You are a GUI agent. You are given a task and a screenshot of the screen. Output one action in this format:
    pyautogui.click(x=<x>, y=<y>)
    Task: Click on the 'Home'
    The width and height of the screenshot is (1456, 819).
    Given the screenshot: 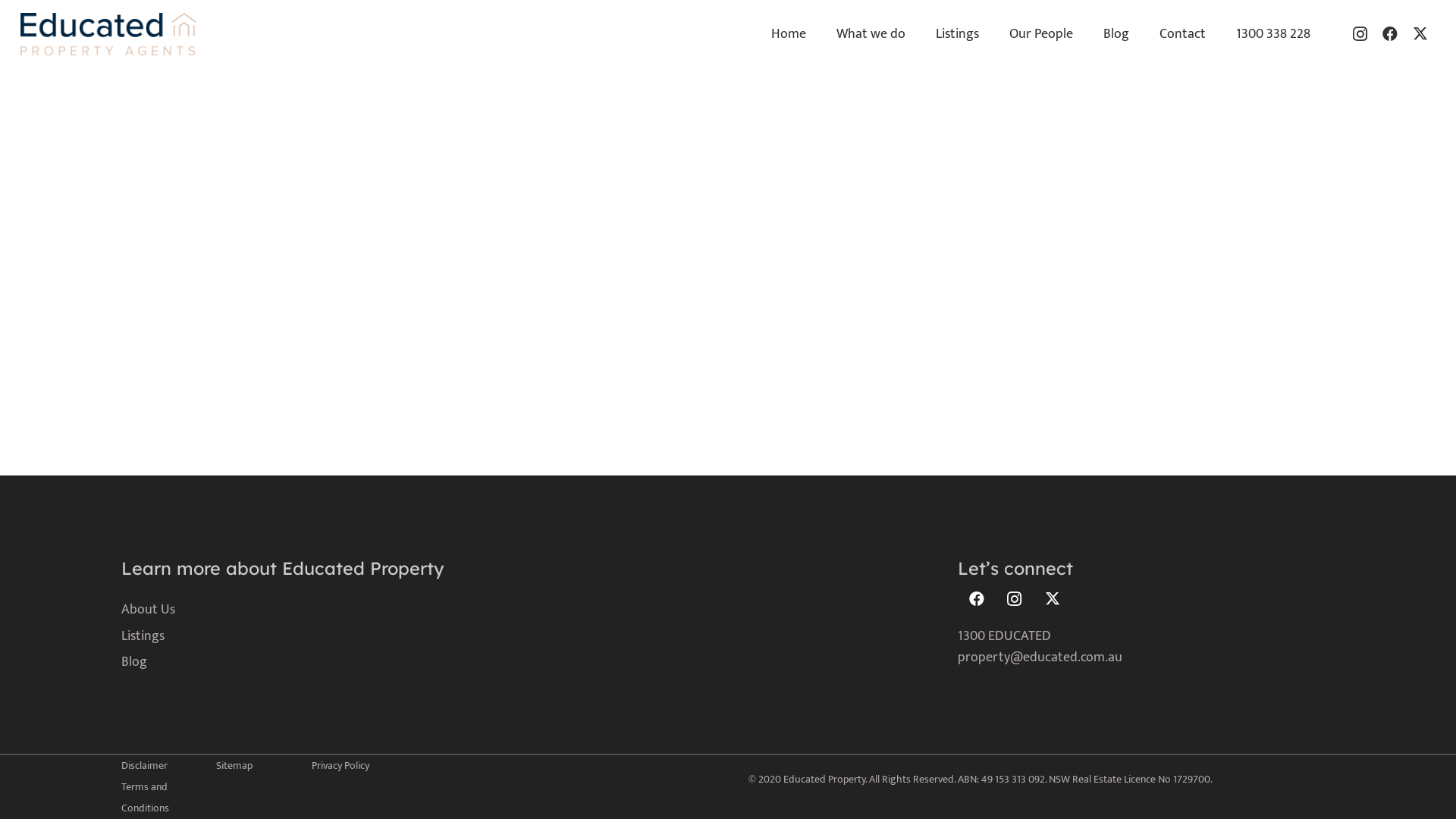 What is the action you would take?
    pyautogui.click(x=789, y=34)
    